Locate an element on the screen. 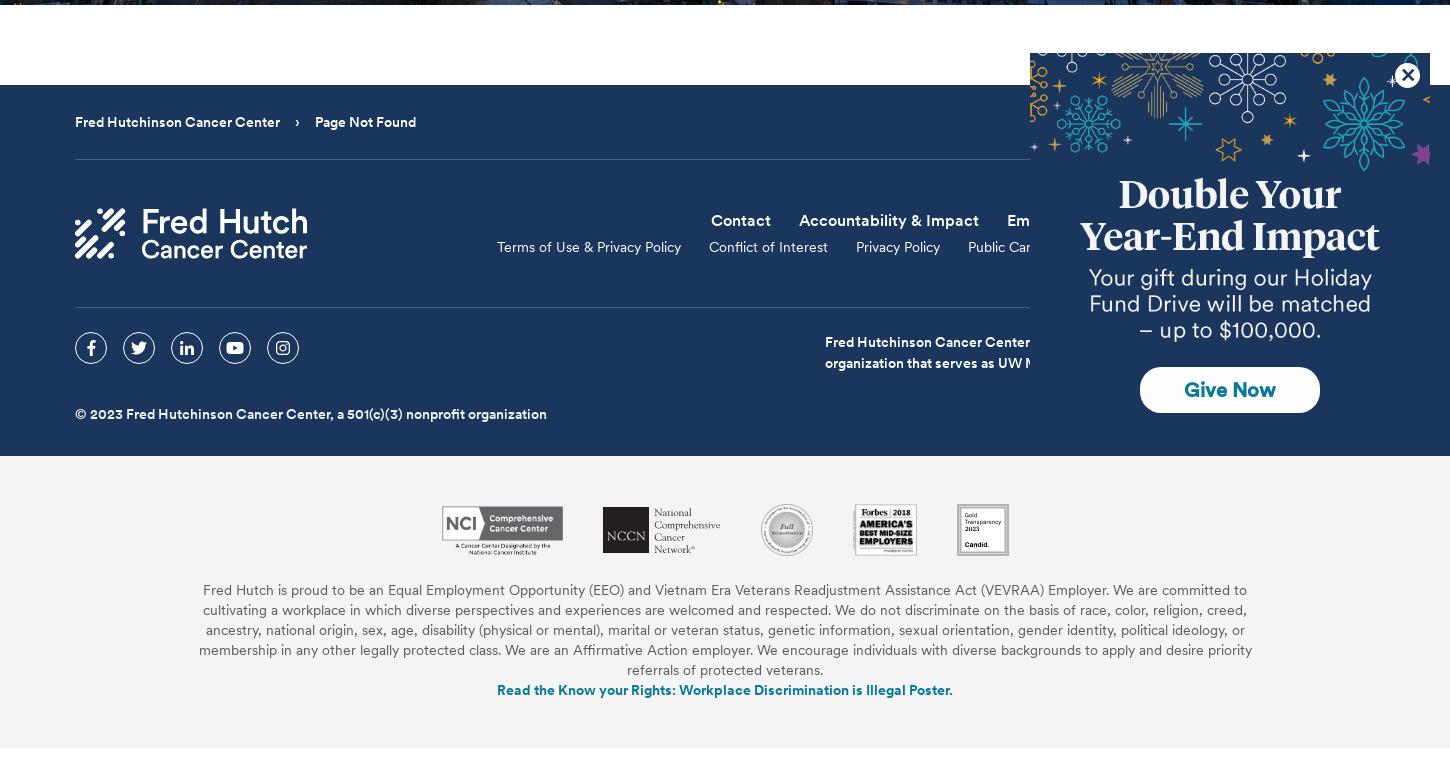  'Contact' is located at coordinates (740, 219).